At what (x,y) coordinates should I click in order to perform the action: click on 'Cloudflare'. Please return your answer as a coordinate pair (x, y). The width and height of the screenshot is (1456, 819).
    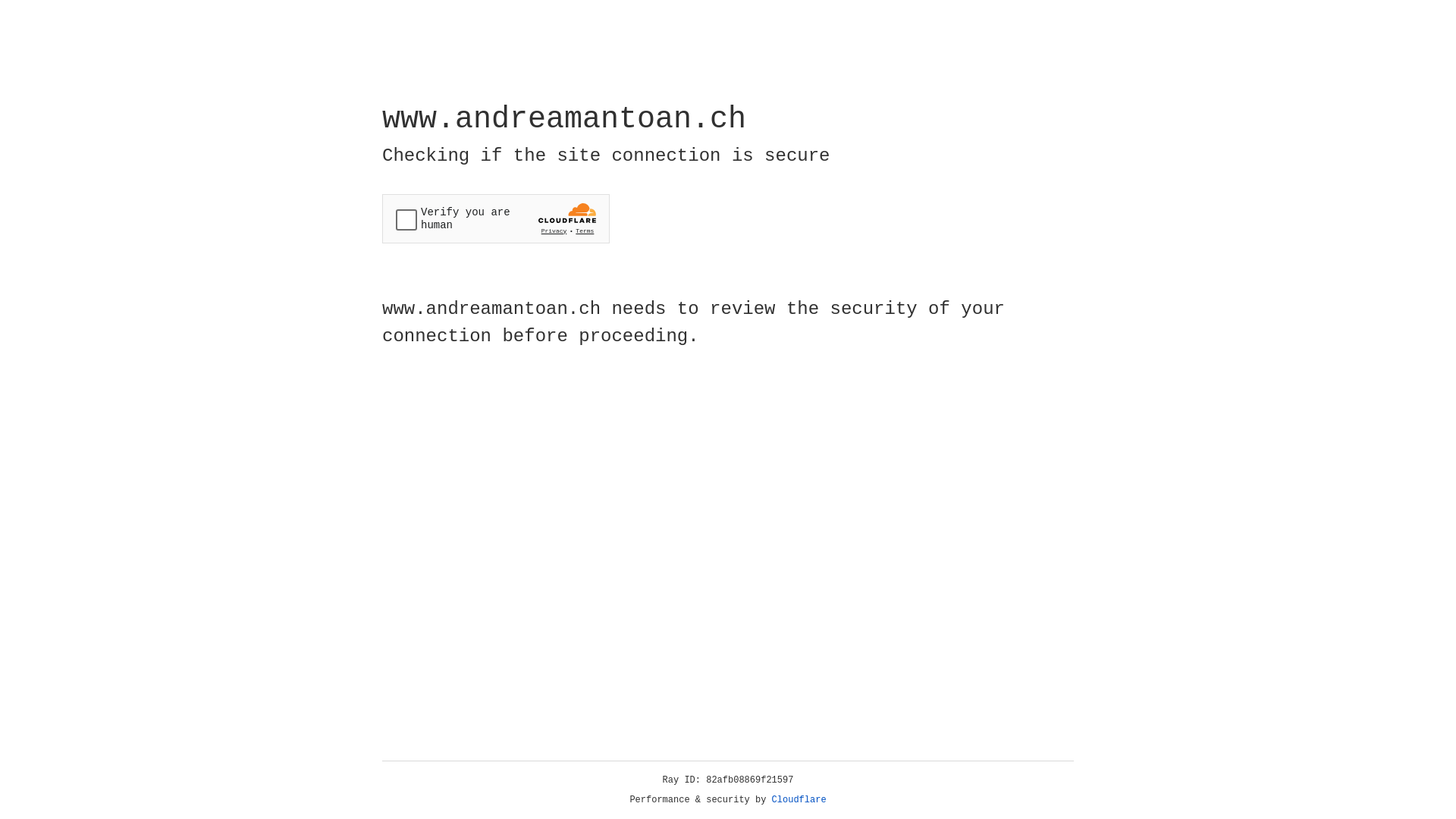
    Looking at the image, I should click on (799, 799).